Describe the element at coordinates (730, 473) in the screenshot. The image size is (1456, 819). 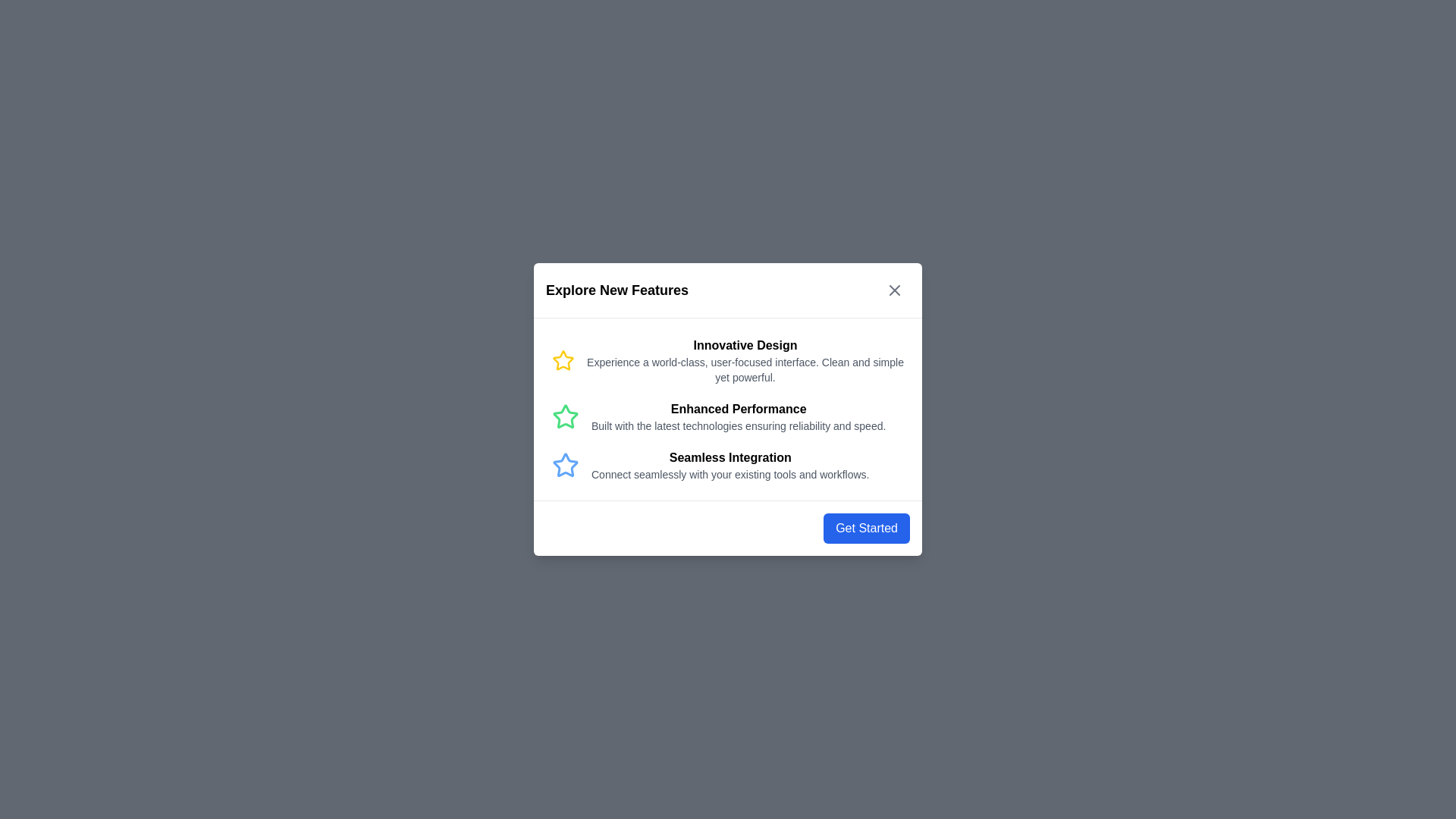
I see `the Text label located below the title 'Seamless Integration' within the modal box that describes feature details` at that location.